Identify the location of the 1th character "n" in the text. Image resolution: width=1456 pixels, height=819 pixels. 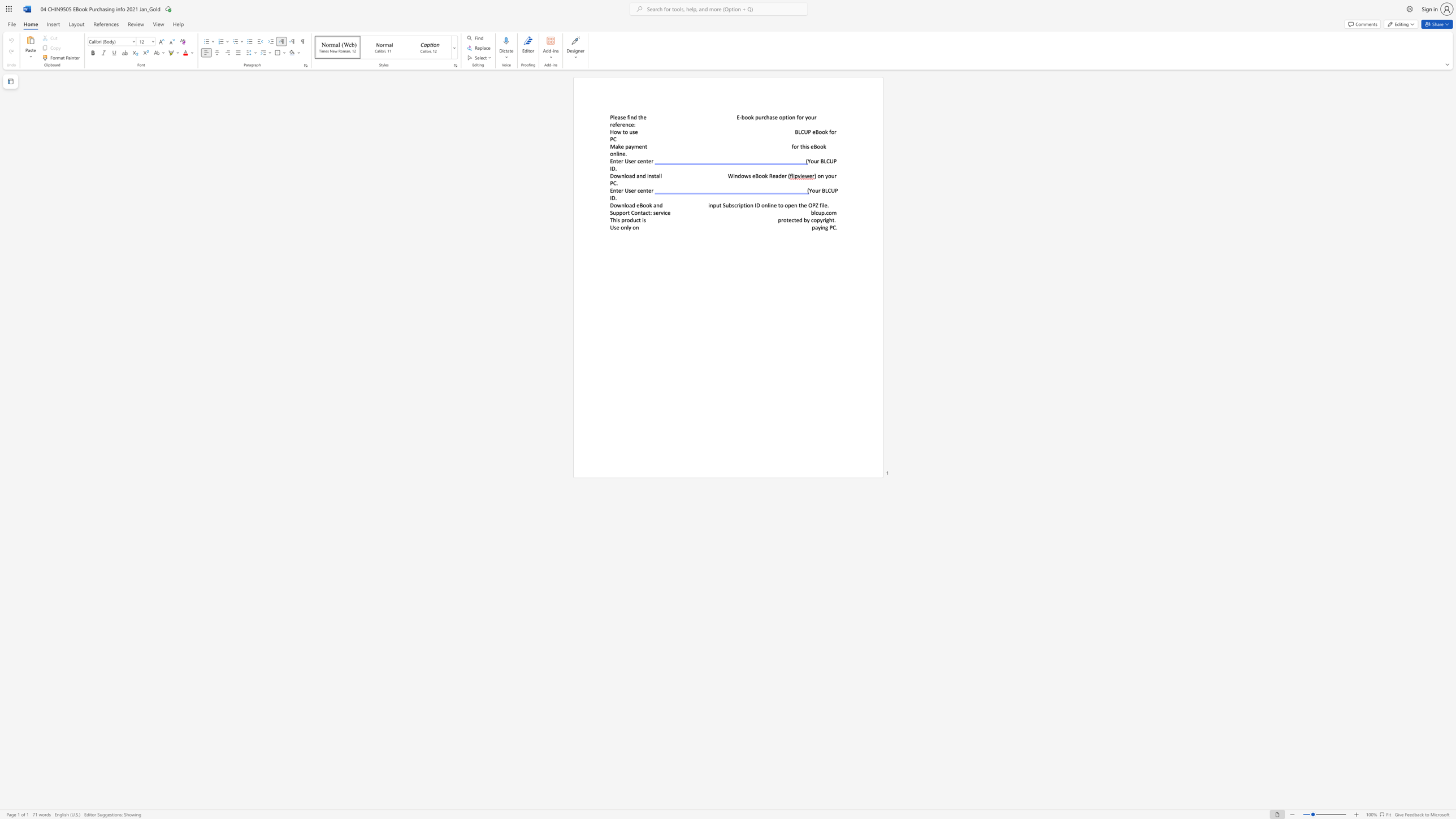
(614, 161).